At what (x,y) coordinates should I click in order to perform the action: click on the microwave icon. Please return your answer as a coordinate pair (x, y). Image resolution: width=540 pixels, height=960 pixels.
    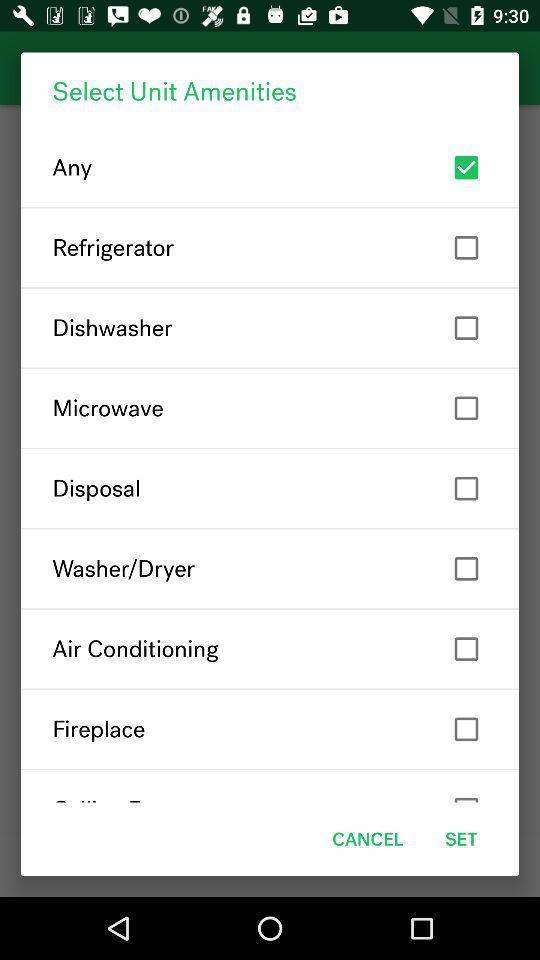
    Looking at the image, I should click on (270, 407).